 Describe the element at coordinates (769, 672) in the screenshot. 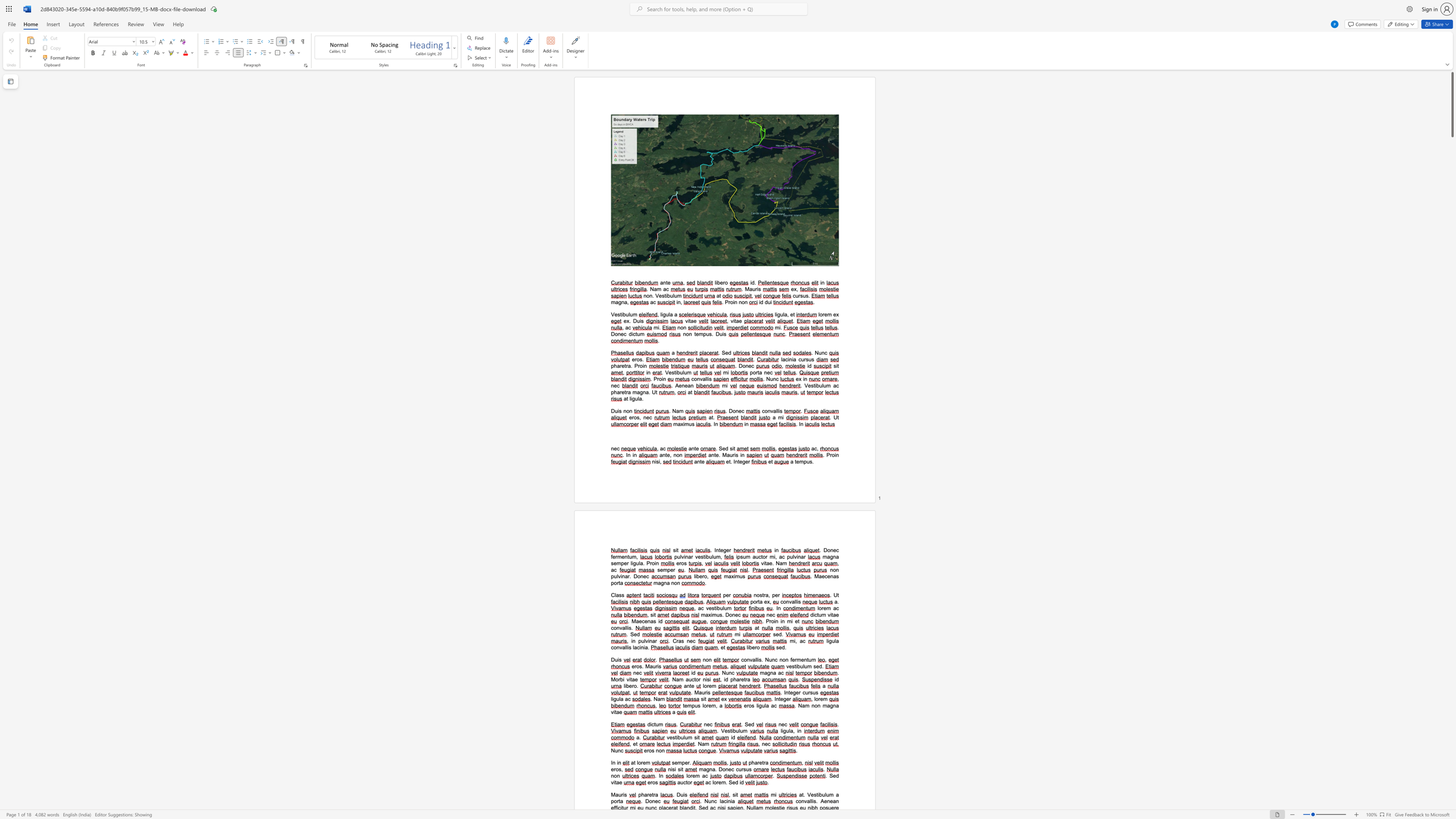

I see `the space between the continuous character "g" and "n" in the text` at that location.